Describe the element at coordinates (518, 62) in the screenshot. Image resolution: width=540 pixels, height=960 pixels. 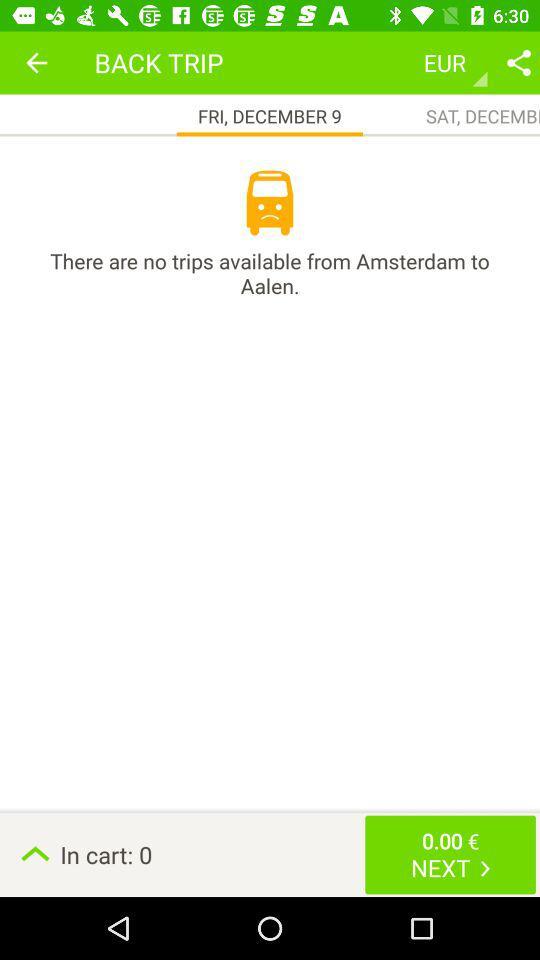
I see `share` at that location.